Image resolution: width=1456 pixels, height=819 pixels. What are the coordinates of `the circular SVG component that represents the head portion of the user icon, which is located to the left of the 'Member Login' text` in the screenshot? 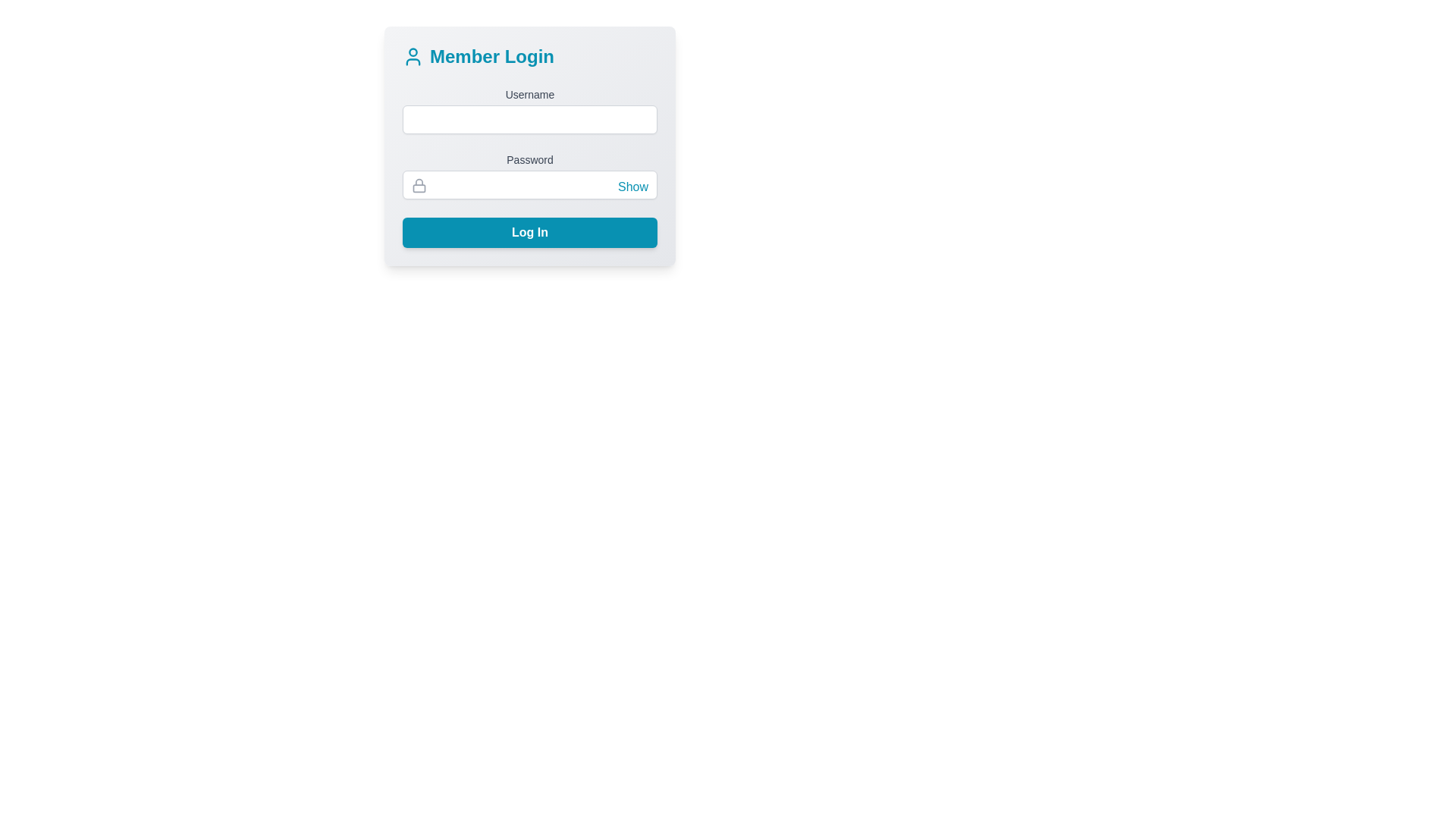 It's located at (413, 52).